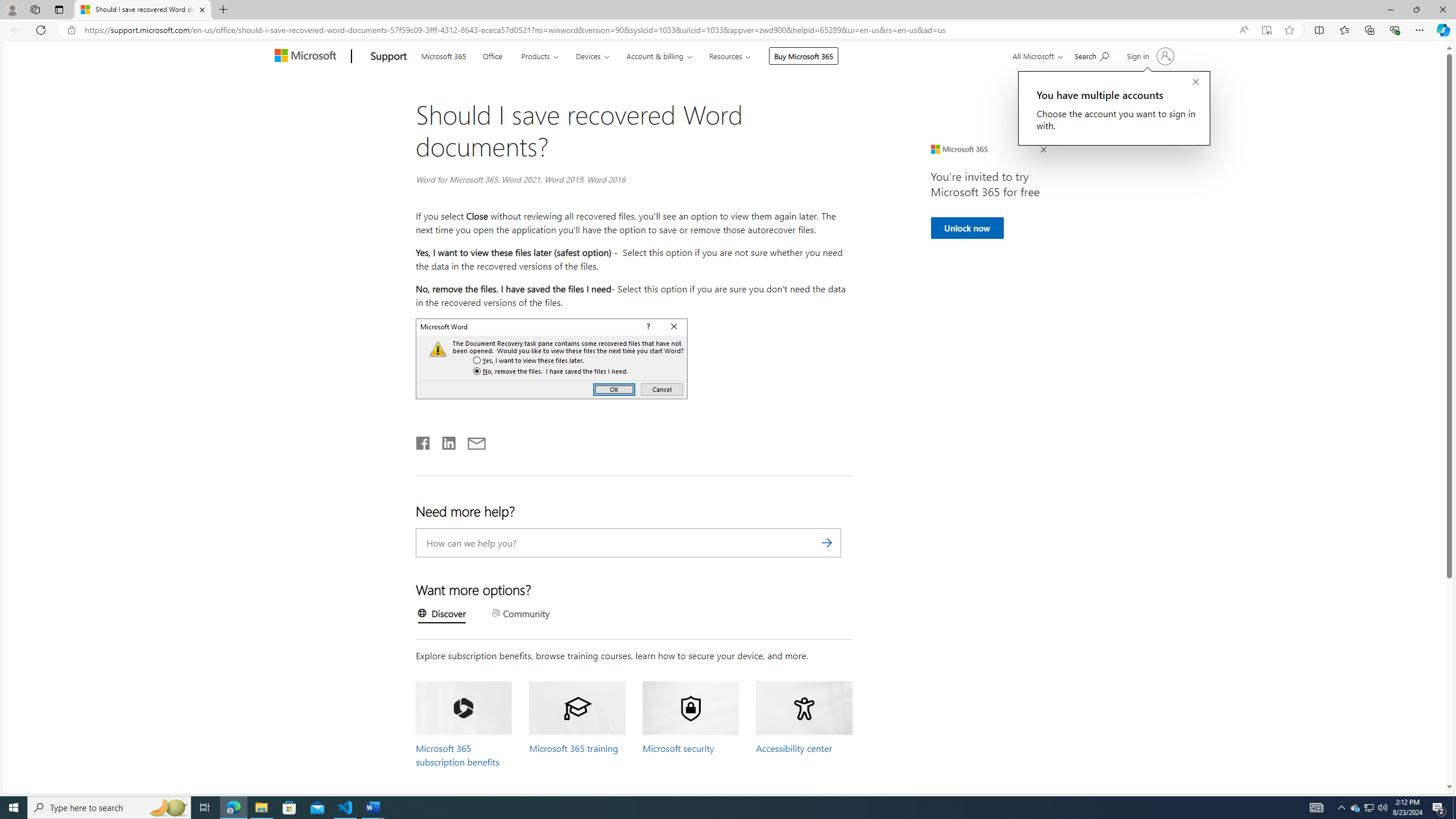 The height and width of the screenshot is (819, 1456). I want to click on 'Share on Facebook', so click(423, 441).